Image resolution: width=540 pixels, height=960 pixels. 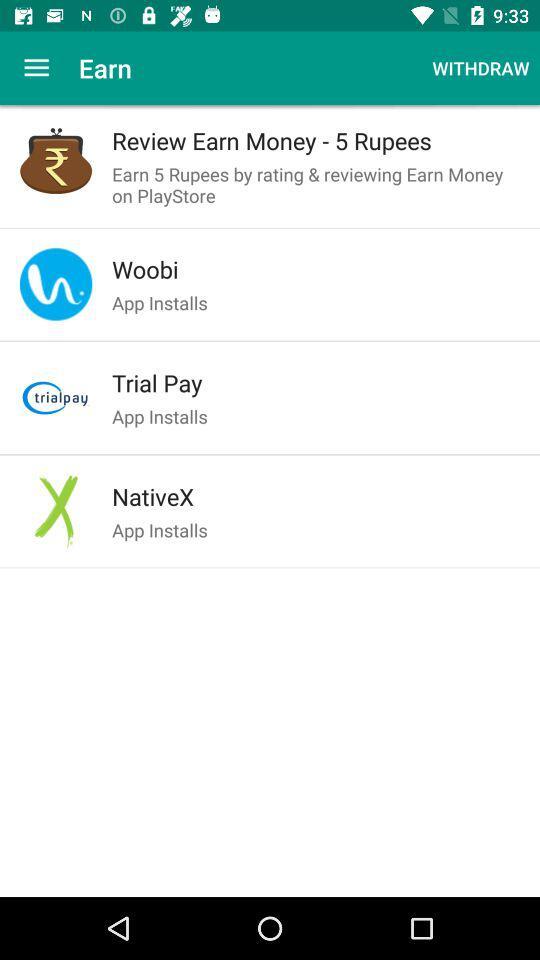 I want to click on the item above the app installs item, so click(x=316, y=268).